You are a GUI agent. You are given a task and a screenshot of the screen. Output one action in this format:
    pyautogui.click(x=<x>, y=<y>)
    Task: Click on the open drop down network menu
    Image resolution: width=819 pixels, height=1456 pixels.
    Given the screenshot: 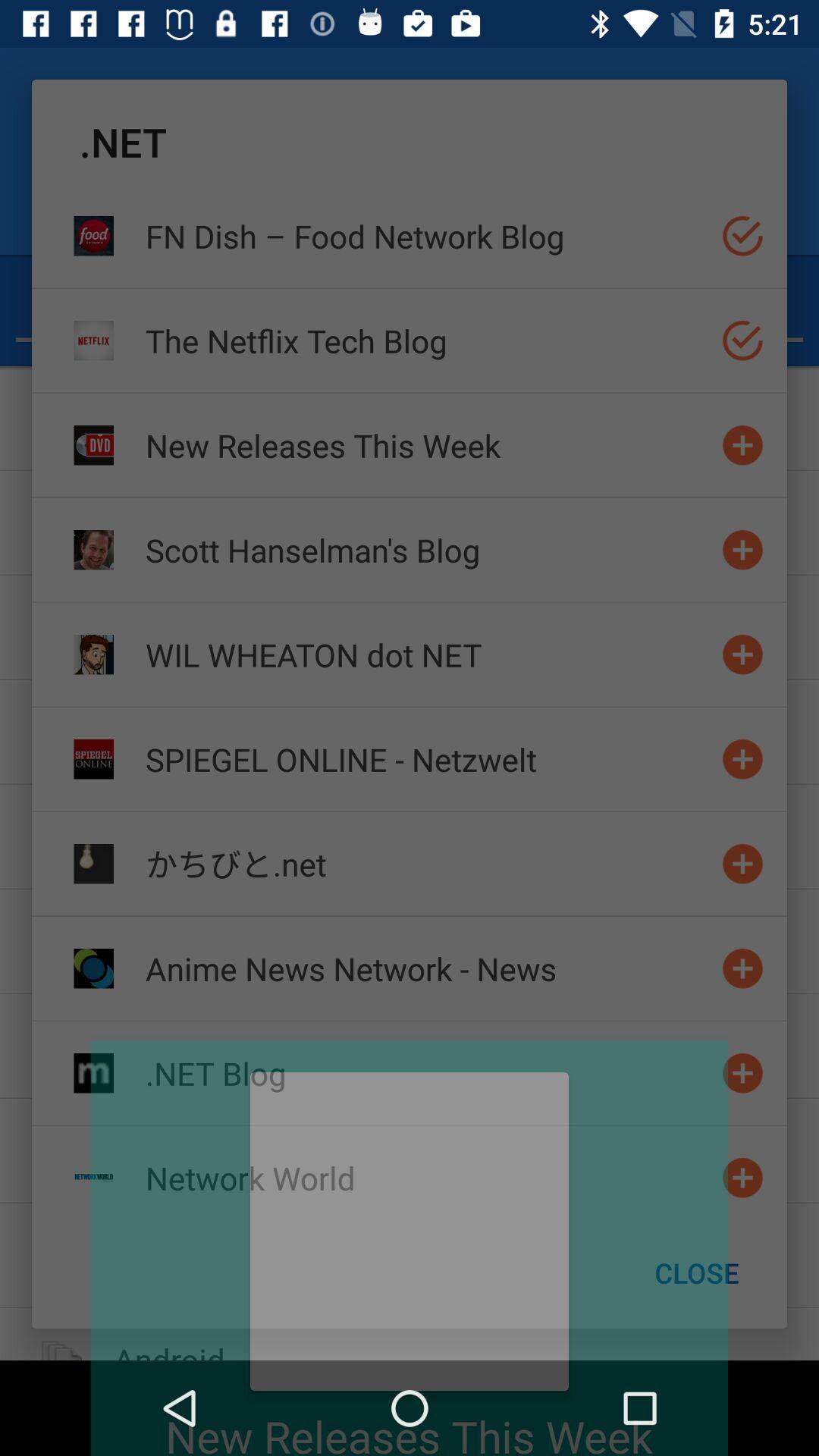 What is the action you would take?
    pyautogui.click(x=742, y=1176)
    